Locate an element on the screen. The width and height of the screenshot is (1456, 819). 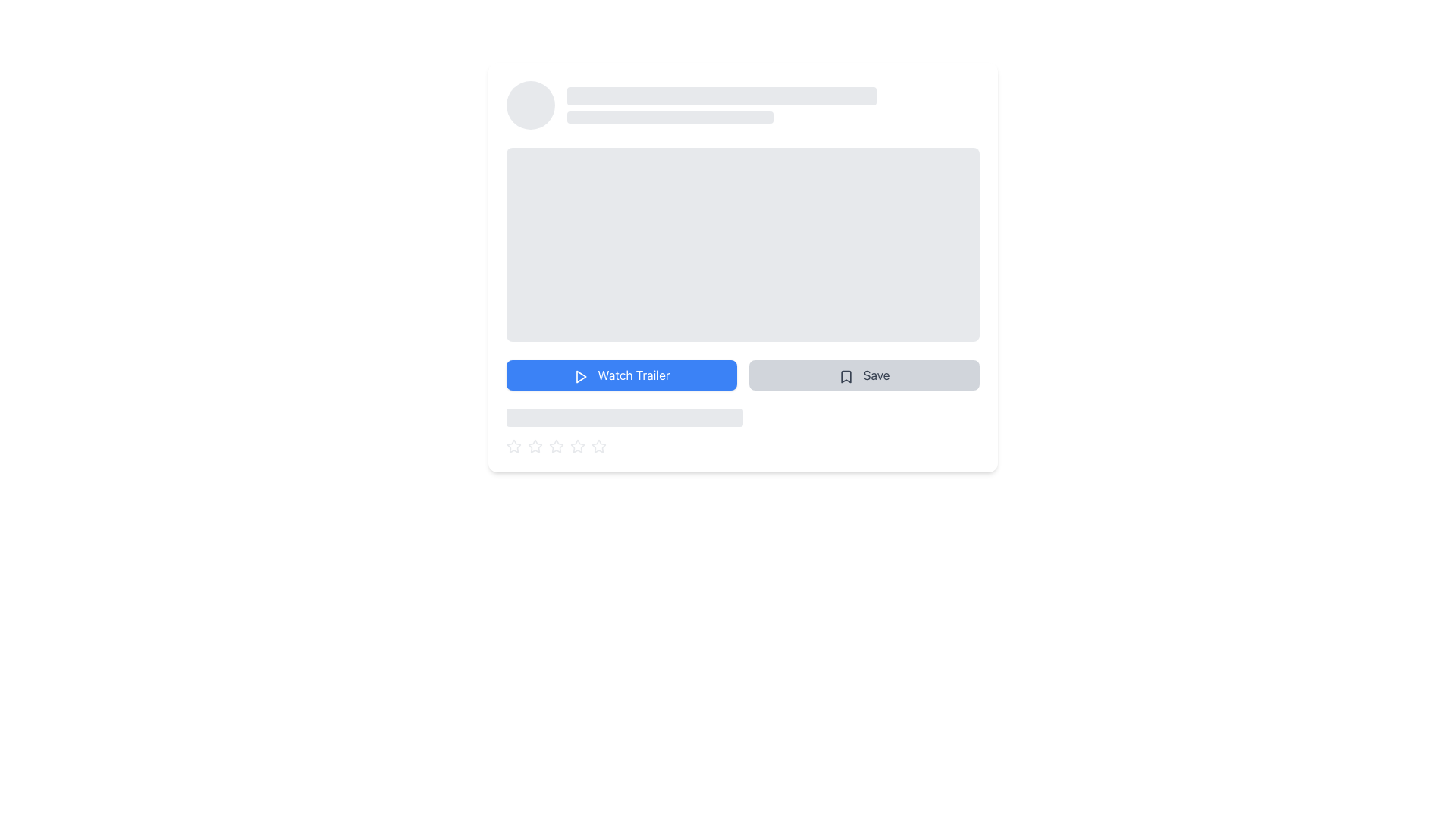
the large rectangular placeholder section with rounded corners, styled in light gray, which is centrally located above the 'Watch Trailer' and 'Save' buttons is located at coordinates (742, 244).